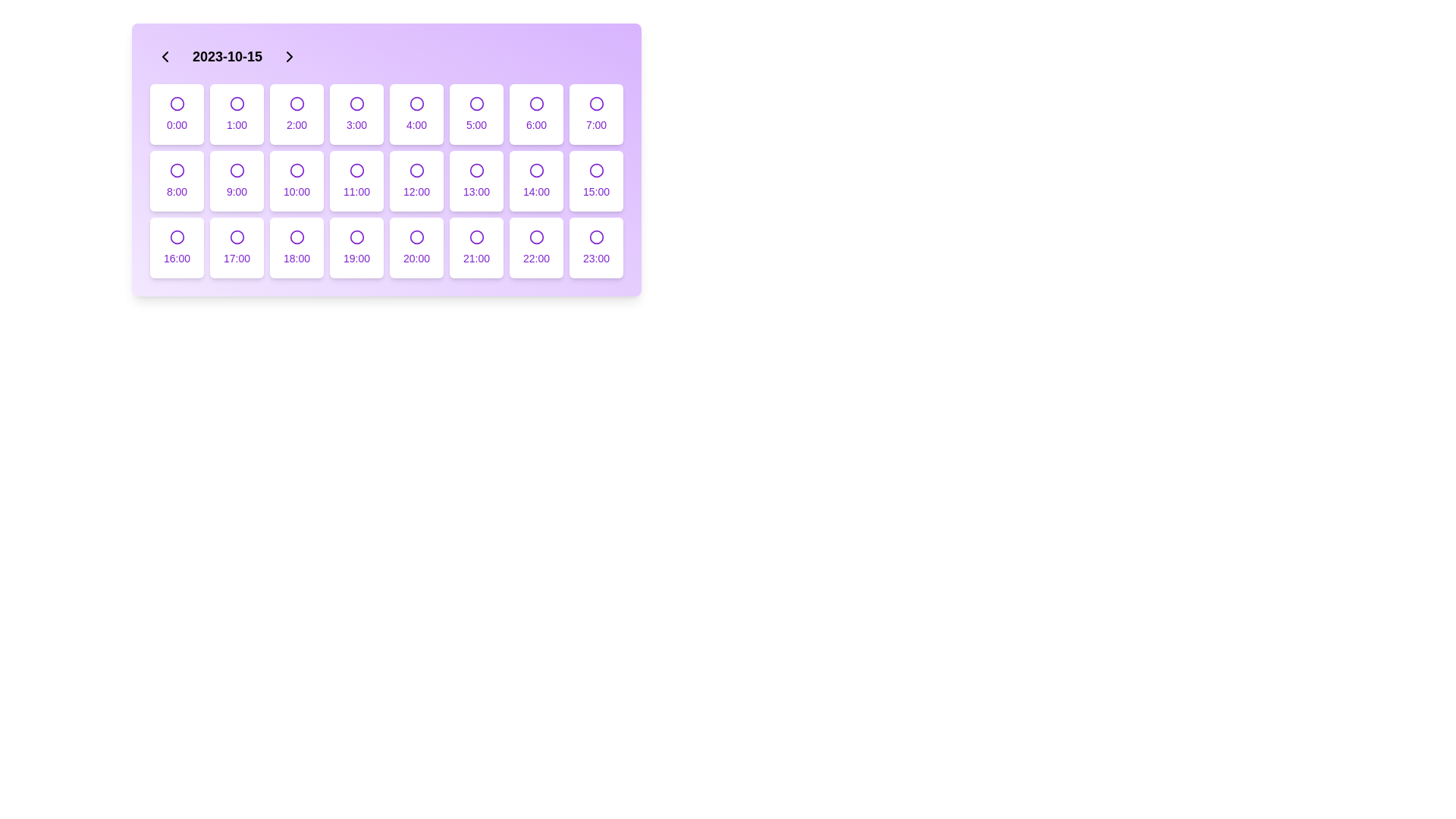  What do you see at coordinates (236, 113) in the screenshot?
I see `the button representing the time slot '1:00', which is the second button from the left on the top row of a 4x6 grid layout` at bounding box center [236, 113].